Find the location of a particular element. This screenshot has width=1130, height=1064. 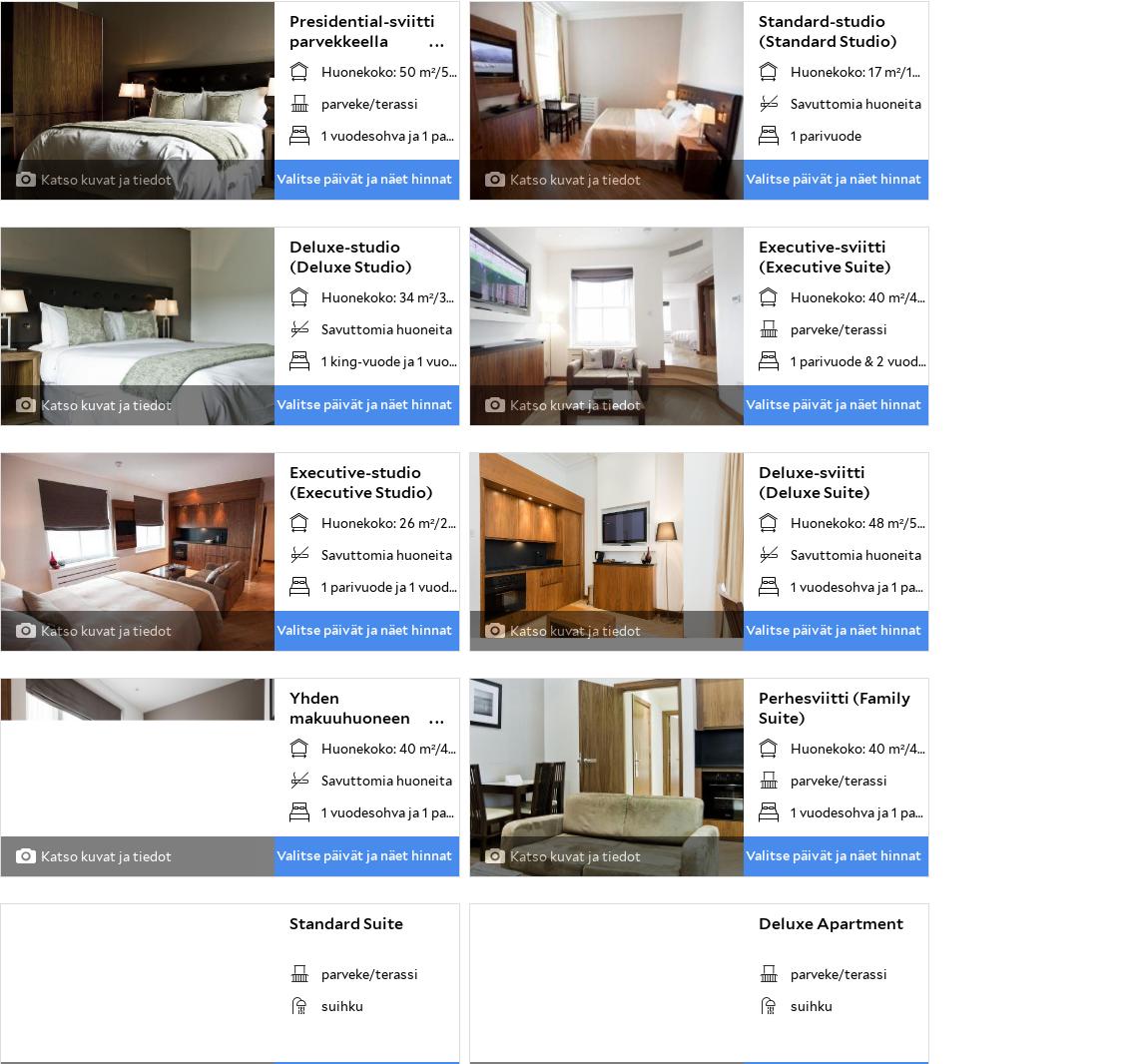

'Standard-studio (Standard Studio)' is located at coordinates (827, 30).